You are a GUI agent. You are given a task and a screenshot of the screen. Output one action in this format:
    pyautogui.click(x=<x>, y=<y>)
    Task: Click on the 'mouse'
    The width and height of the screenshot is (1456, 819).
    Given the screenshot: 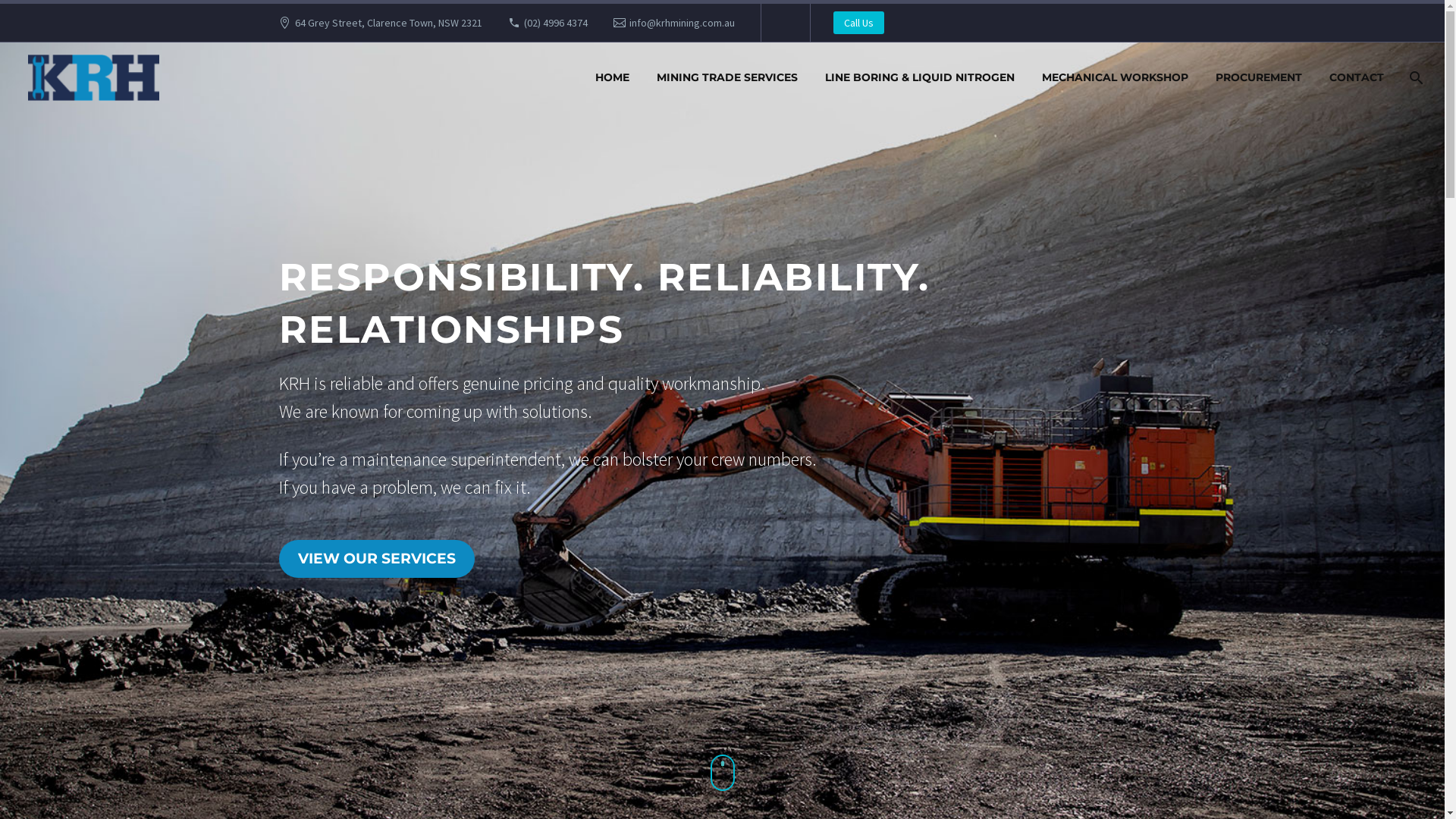 What is the action you would take?
    pyautogui.click(x=709, y=772)
    